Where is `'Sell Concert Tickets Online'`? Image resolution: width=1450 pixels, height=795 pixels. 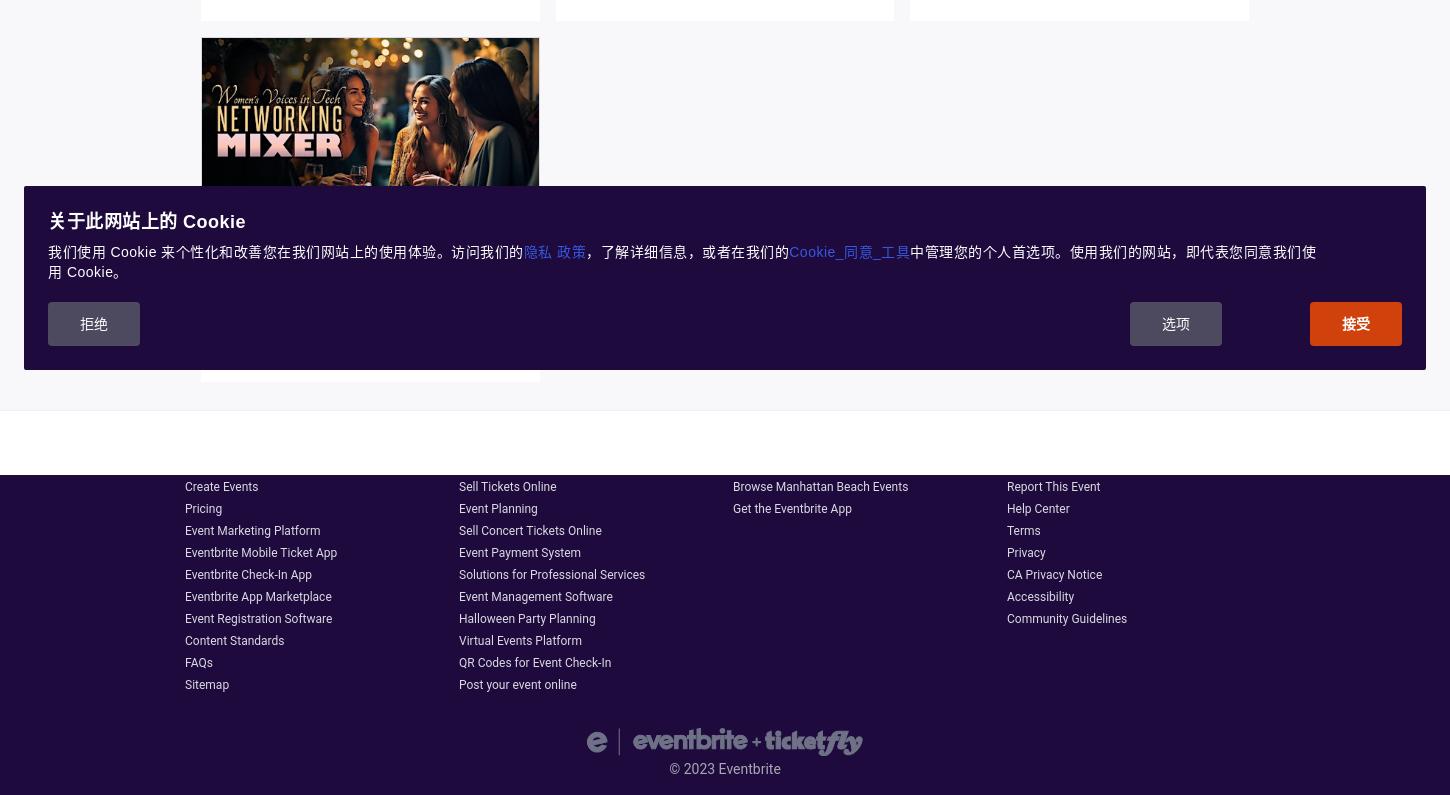
'Sell Concert Tickets Online' is located at coordinates (529, 529).